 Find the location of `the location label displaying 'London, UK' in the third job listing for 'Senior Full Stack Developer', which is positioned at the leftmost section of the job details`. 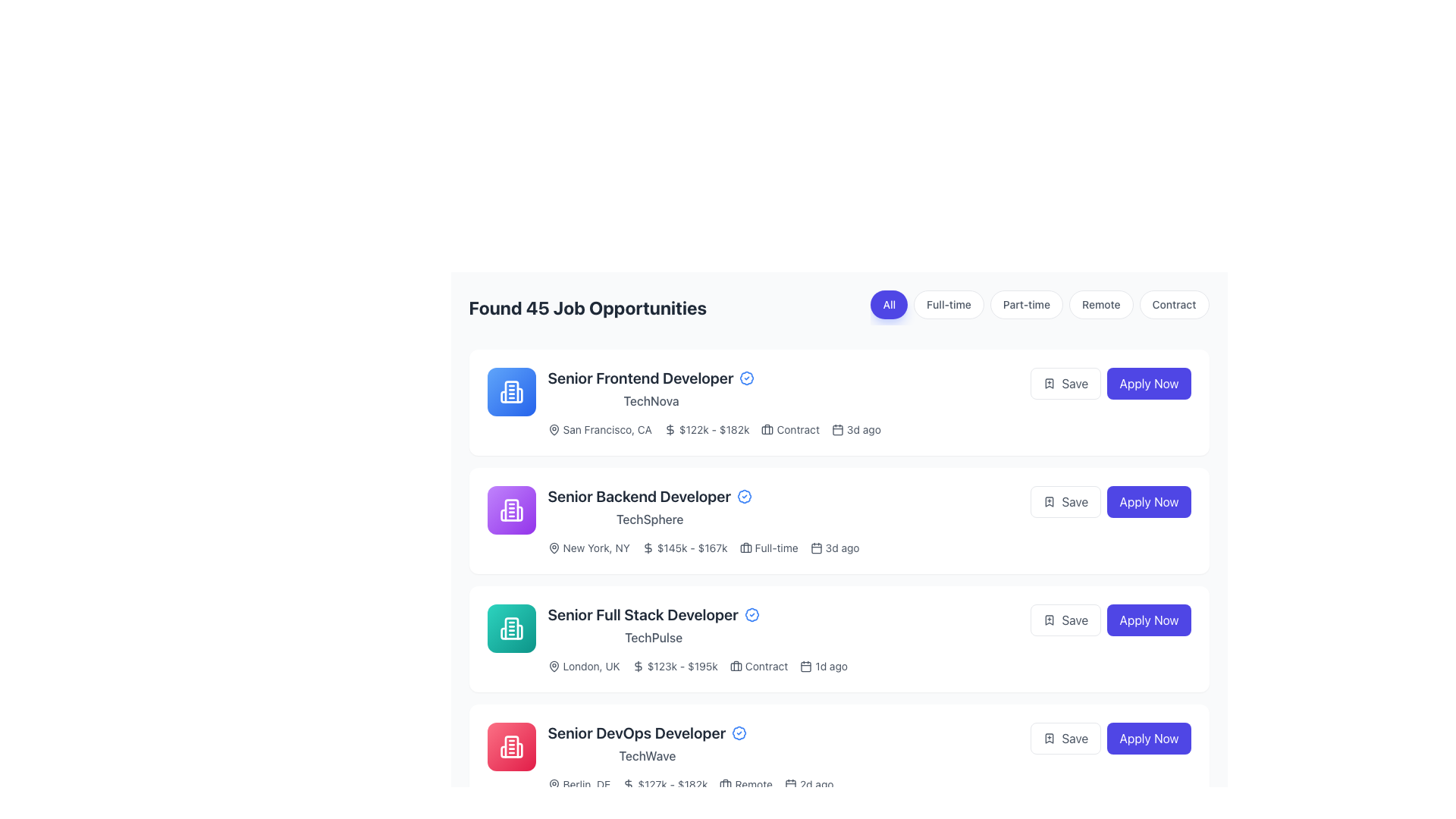

the location label displaying 'London, UK' in the third job listing for 'Senior Full Stack Developer', which is positioned at the leftmost section of the job details is located at coordinates (583, 666).